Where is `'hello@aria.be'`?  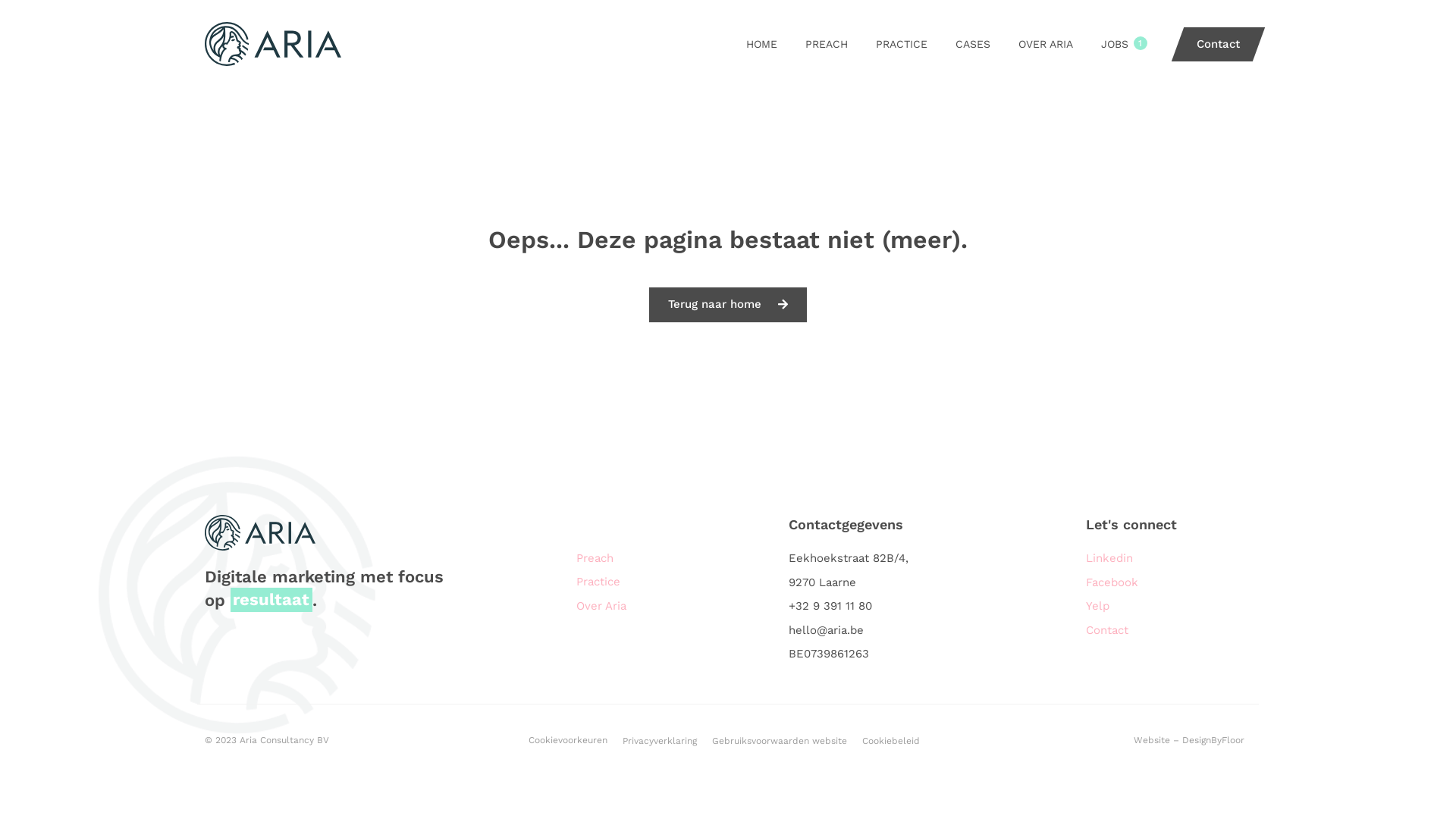
'hello@aria.be' is located at coordinates (887, 631).